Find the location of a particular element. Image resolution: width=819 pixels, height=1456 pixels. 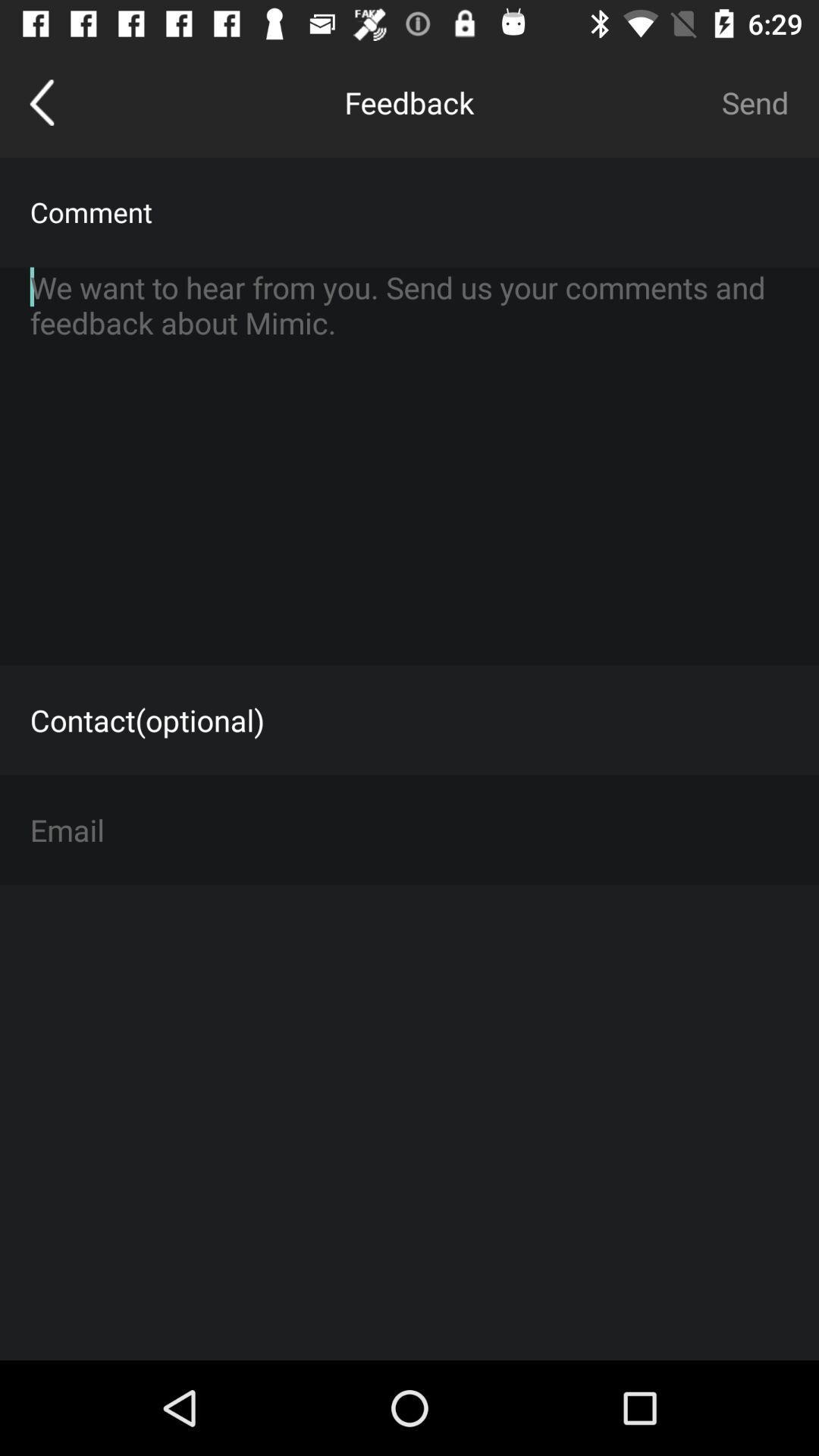

comment box is located at coordinates (409, 465).